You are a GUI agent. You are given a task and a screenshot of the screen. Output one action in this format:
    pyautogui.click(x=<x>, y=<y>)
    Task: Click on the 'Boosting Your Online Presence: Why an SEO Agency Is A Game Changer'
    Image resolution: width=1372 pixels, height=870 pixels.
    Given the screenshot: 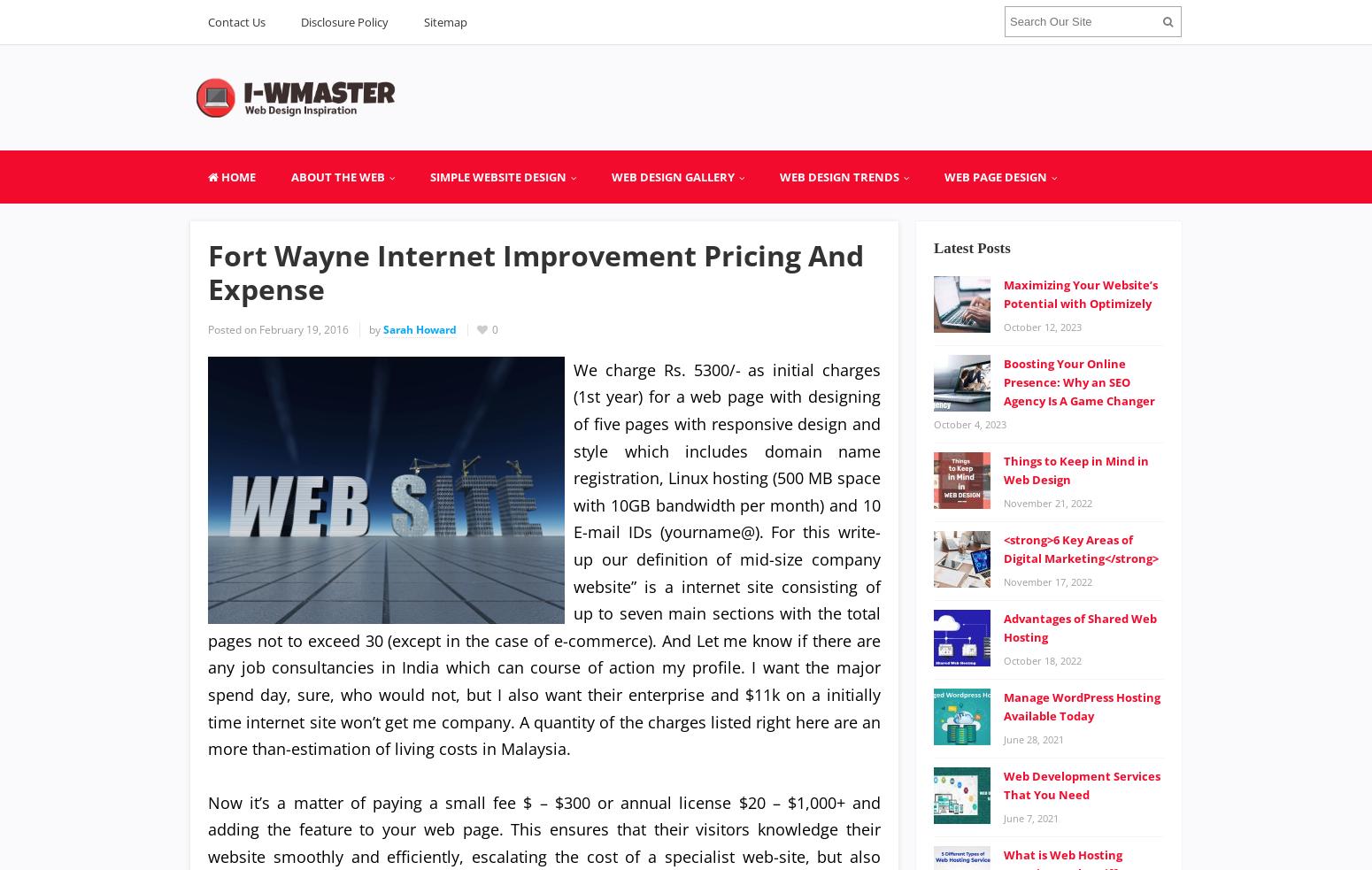 What is the action you would take?
    pyautogui.click(x=1079, y=381)
    